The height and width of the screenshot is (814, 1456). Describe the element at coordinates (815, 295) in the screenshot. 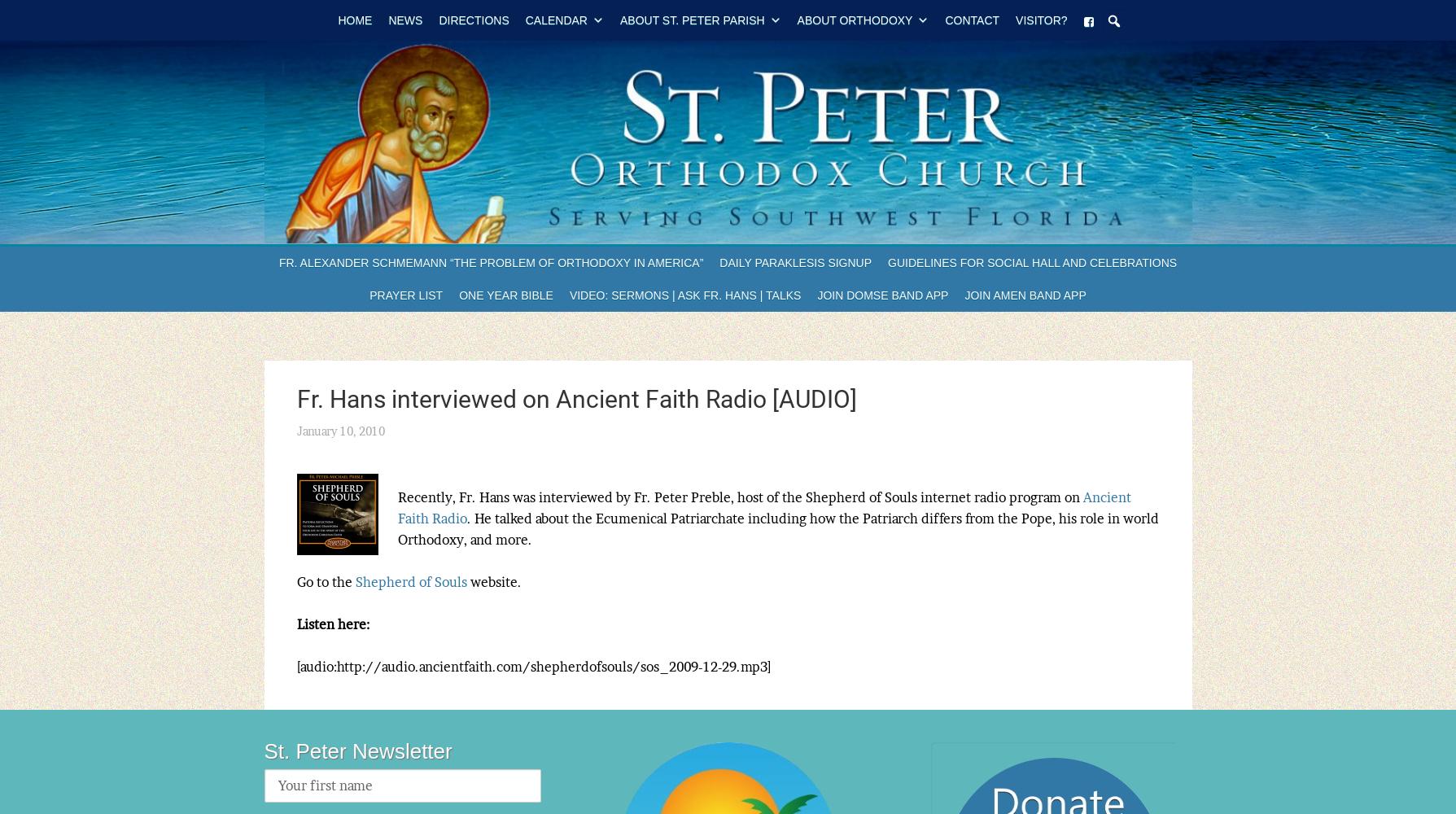

I see `'Join DOMSE Band App'` at that location.